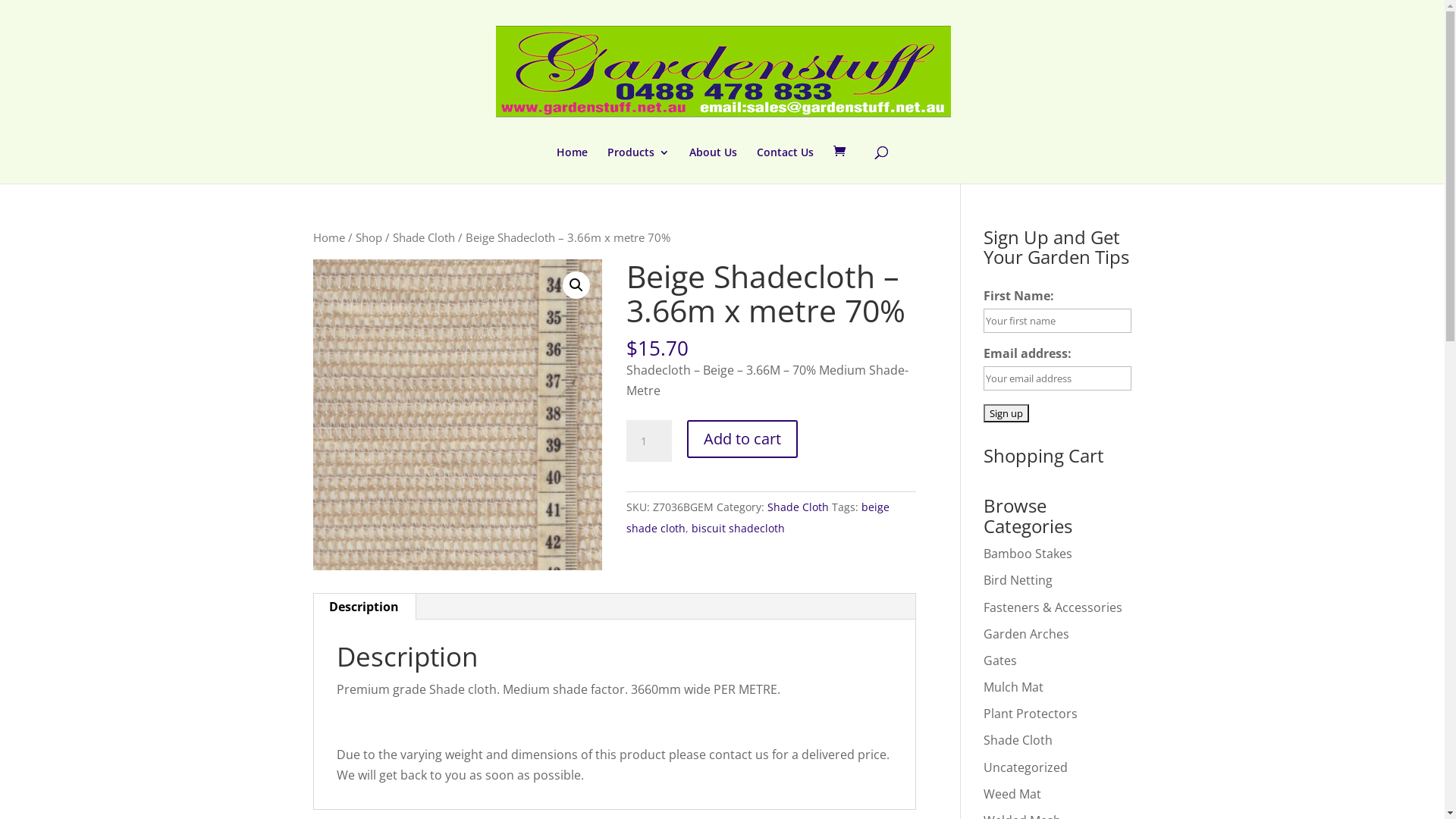 Image resolution: width=1456 pixels, height=819 pixels. I want to click on 'Home', so click(571, 165).